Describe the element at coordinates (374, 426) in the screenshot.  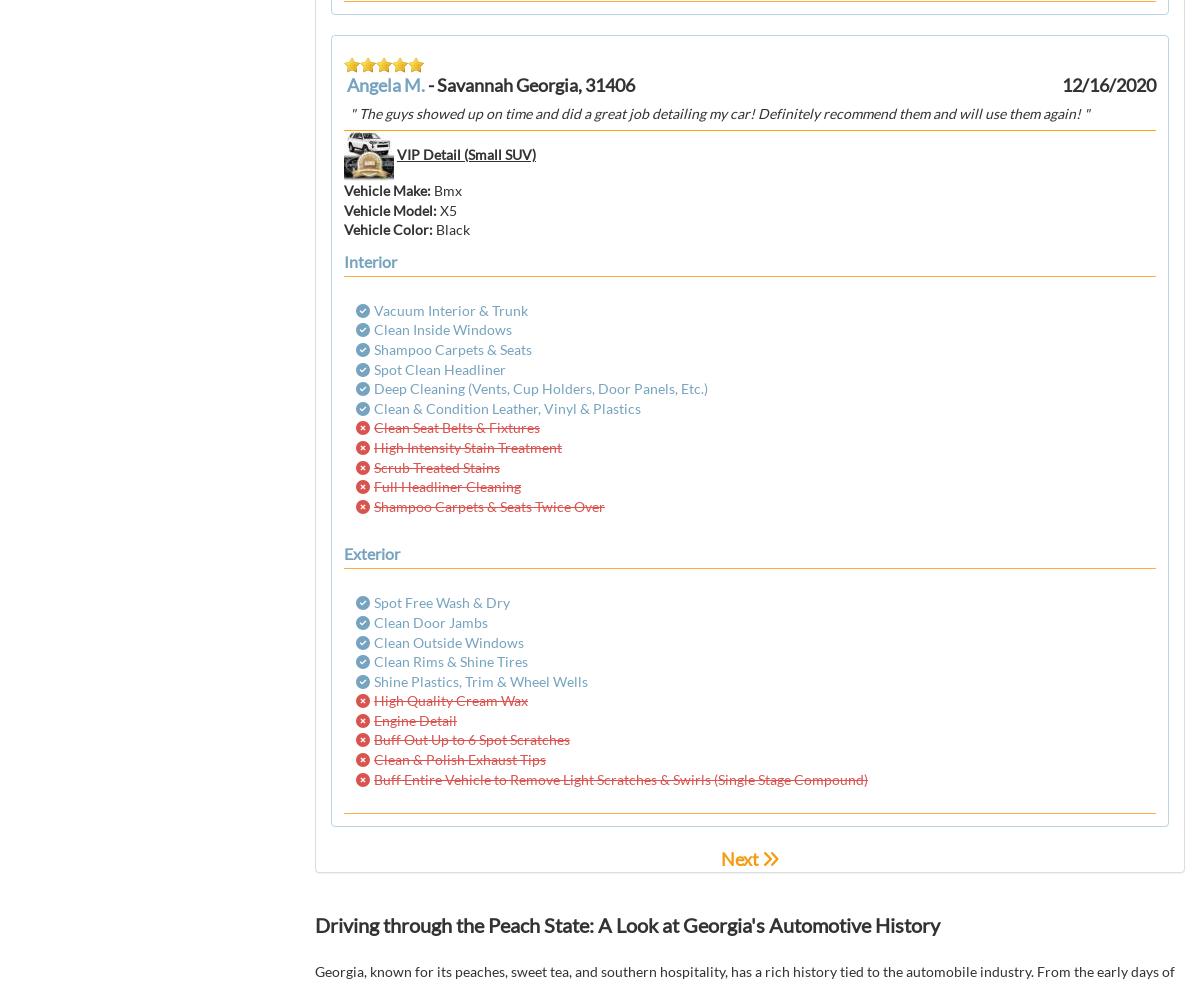
I see `'Clean Seat Belts & Fixtures'` at that location.